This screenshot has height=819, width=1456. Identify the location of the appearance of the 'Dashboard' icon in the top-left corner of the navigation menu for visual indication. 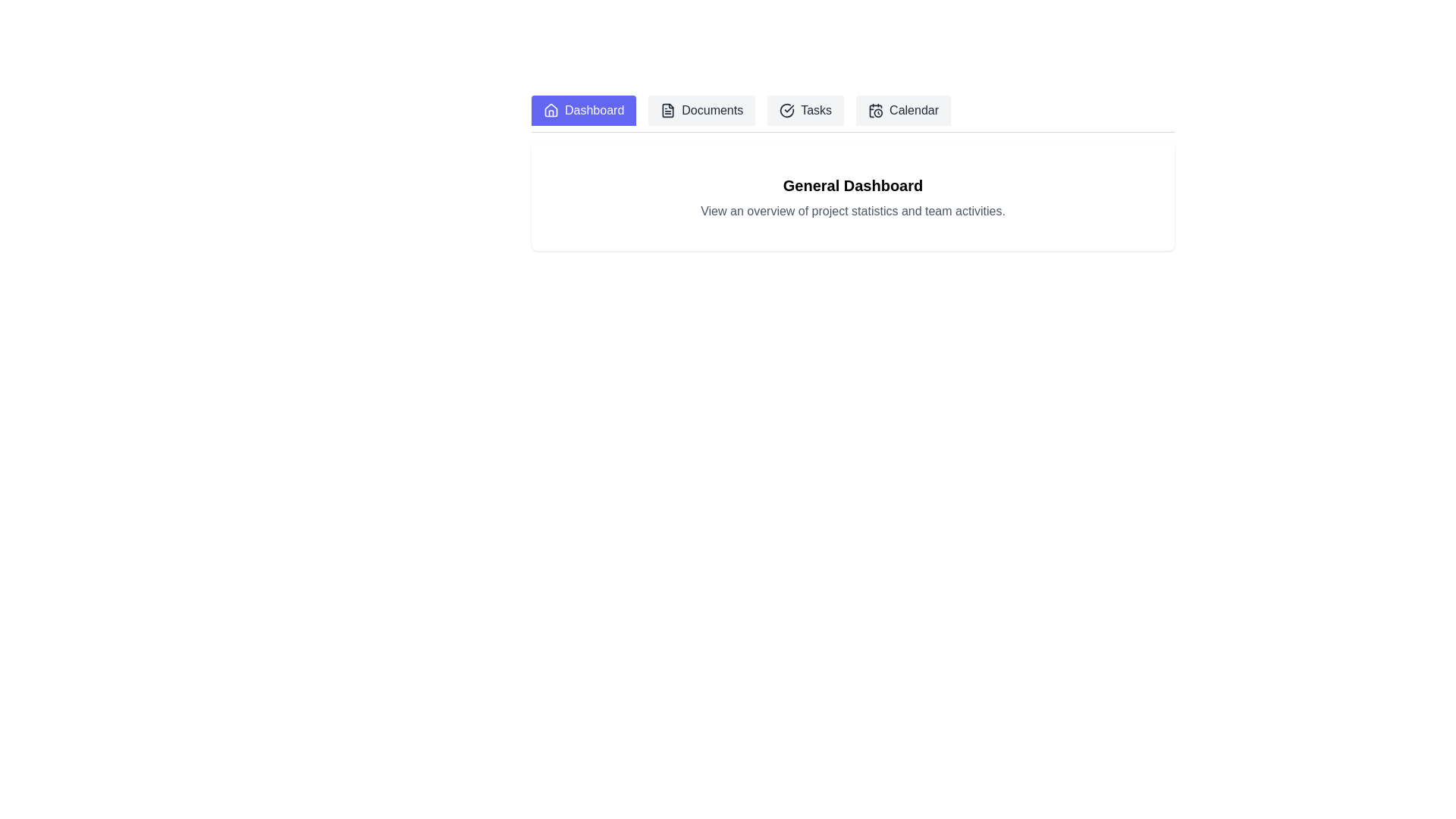
(550, 109).